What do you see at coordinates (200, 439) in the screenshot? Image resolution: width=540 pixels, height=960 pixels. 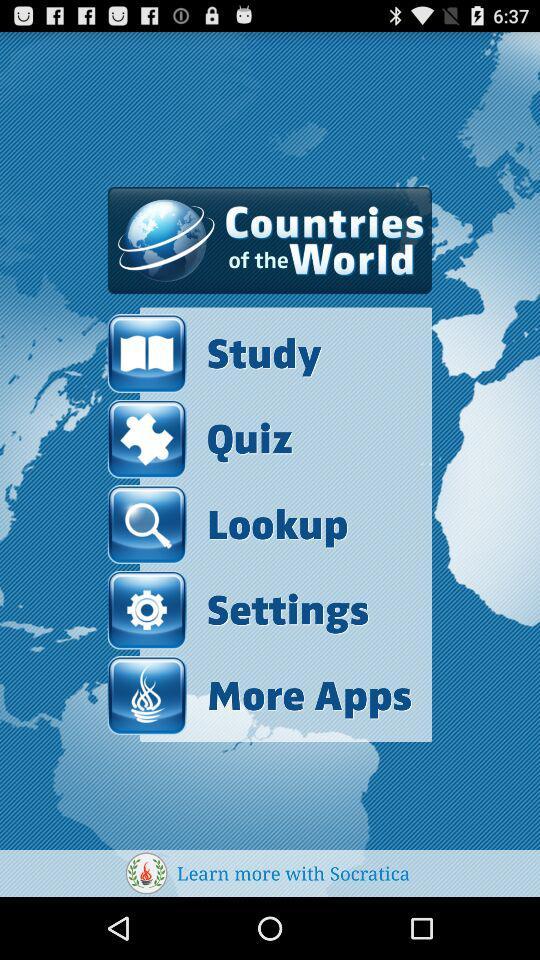 I see `the quiz` at bounding box center [200, 439].